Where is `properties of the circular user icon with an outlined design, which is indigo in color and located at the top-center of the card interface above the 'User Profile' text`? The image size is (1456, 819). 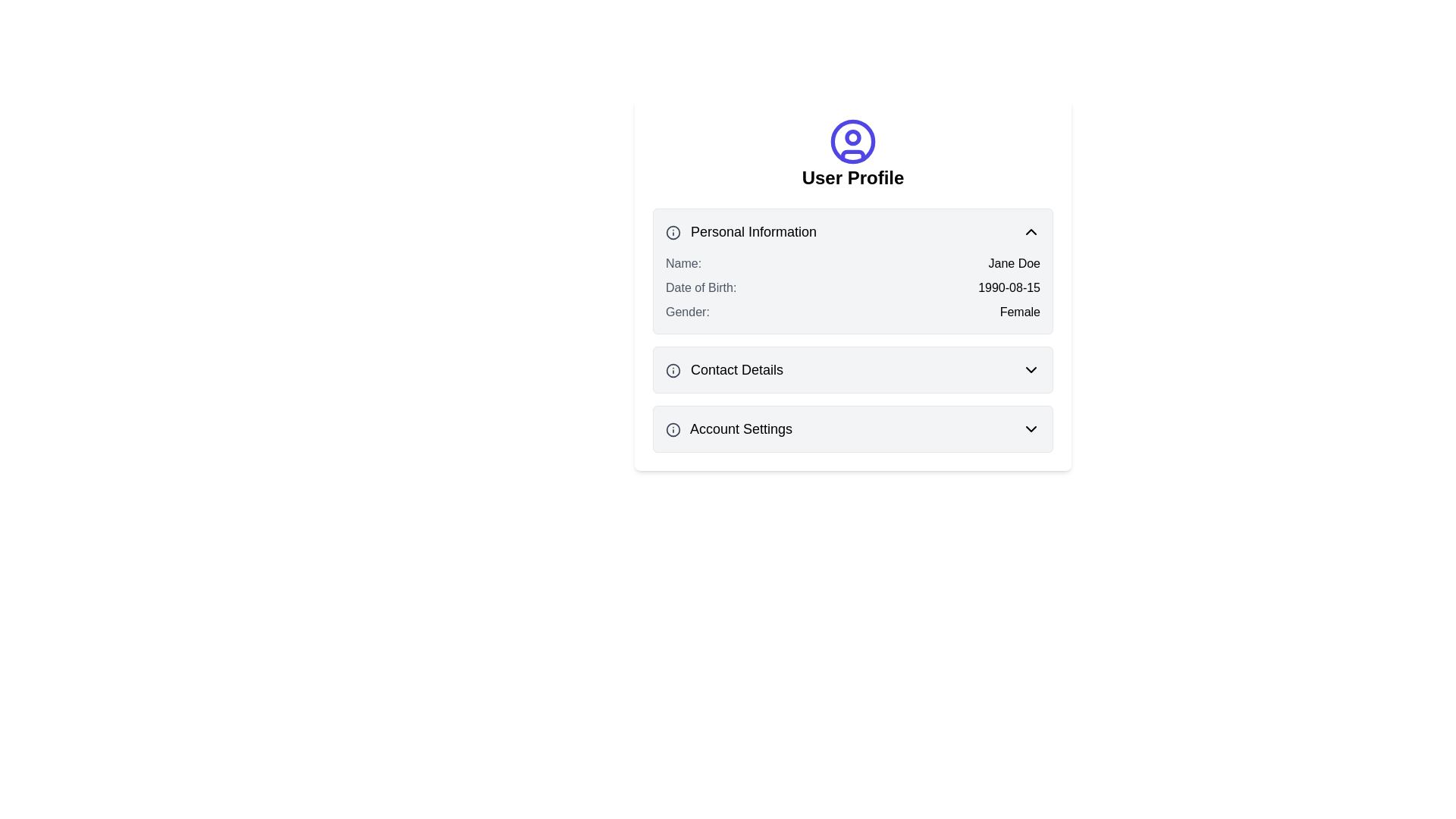 properties of the circular user icon with an outlined design, which is indigo in color and located at the top-center of the card interface above the 'User Profile' text is located at coordinates (852, 141).